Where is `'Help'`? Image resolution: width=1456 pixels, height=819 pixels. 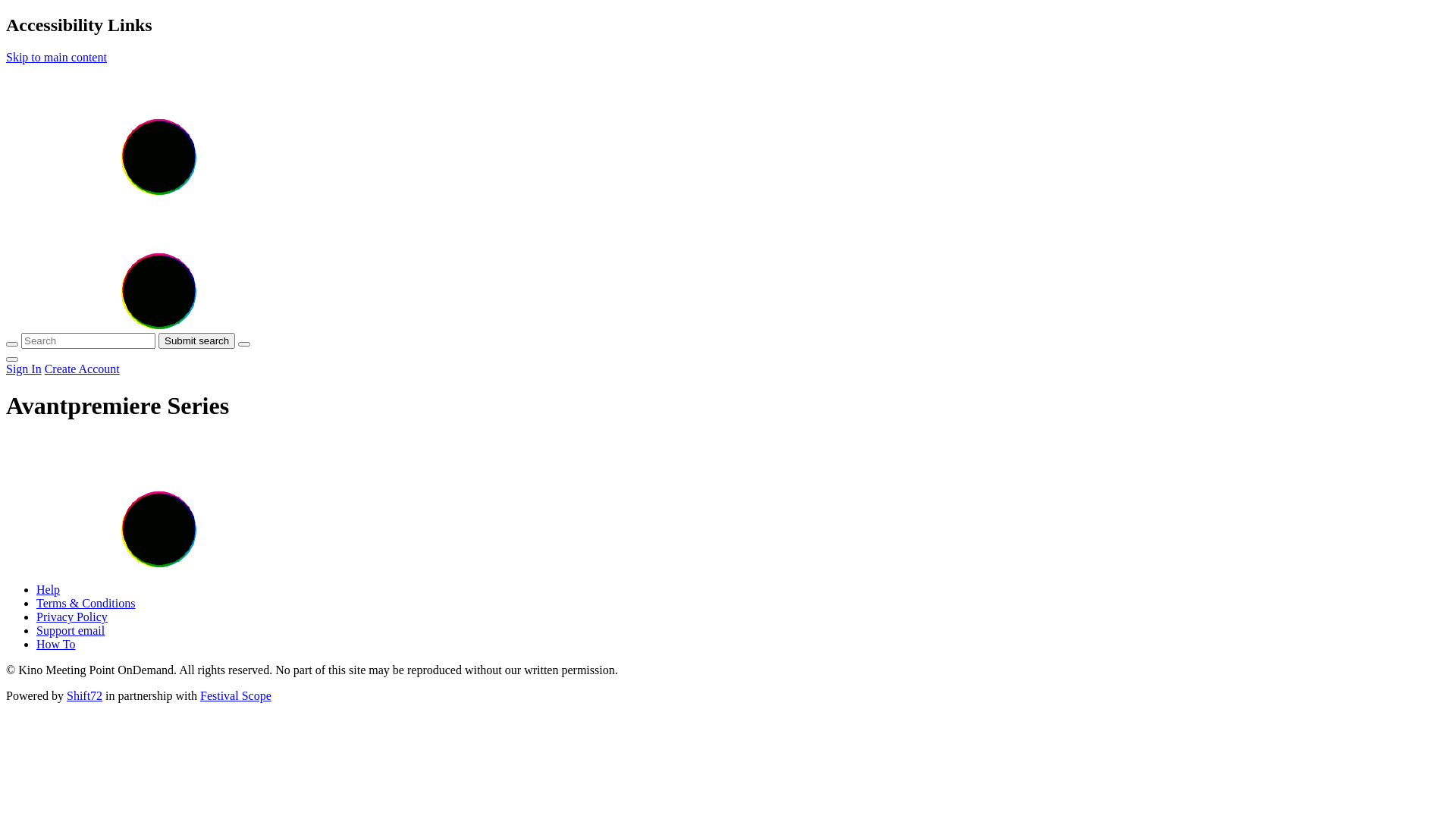
'Help' is located at coordinates (36, 588).